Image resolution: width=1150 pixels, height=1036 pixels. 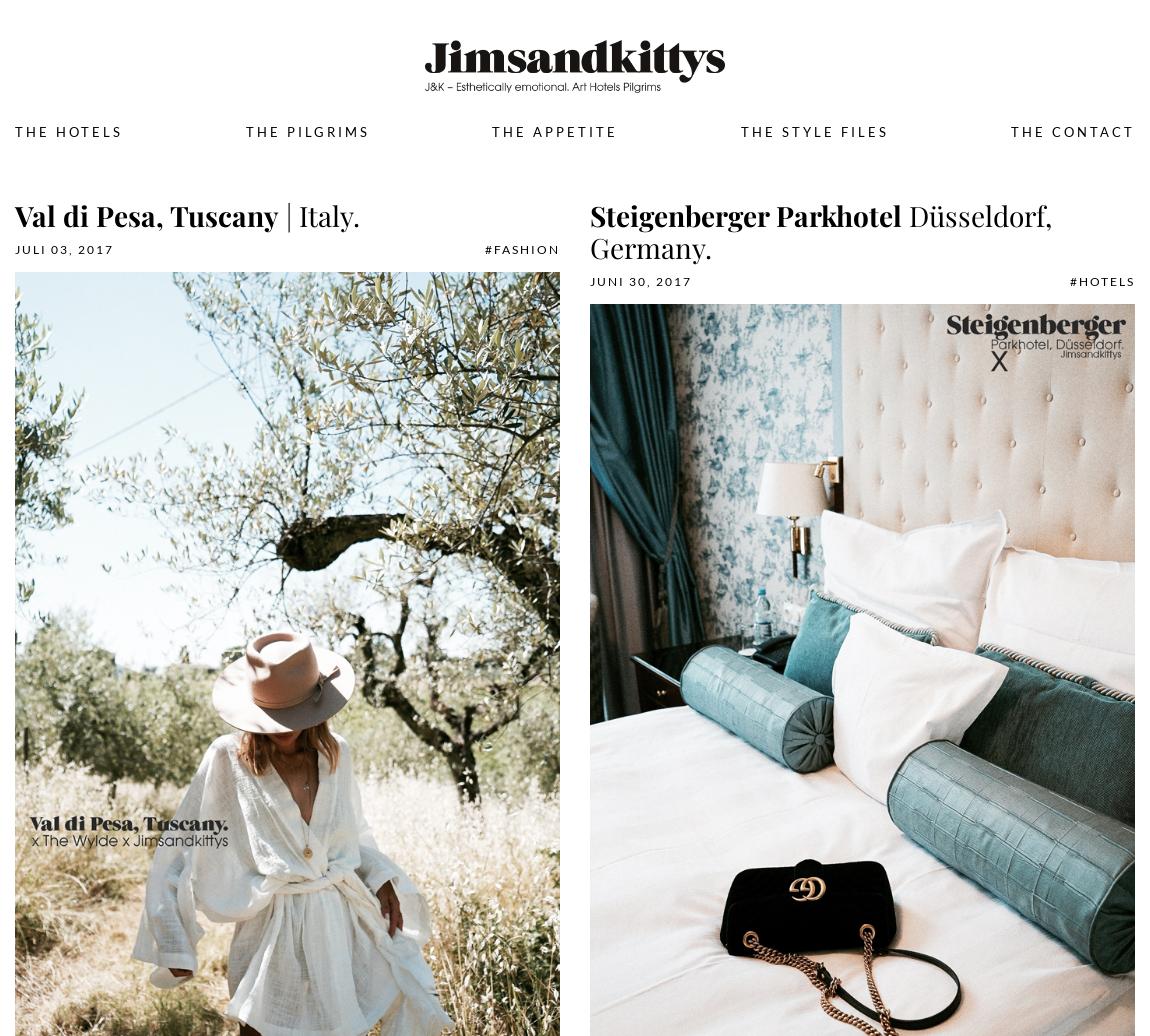 What do you see at coordinates (1010, 130) in the screenshot?
I see `'The Contact'` at bounding box center [1010, 130].